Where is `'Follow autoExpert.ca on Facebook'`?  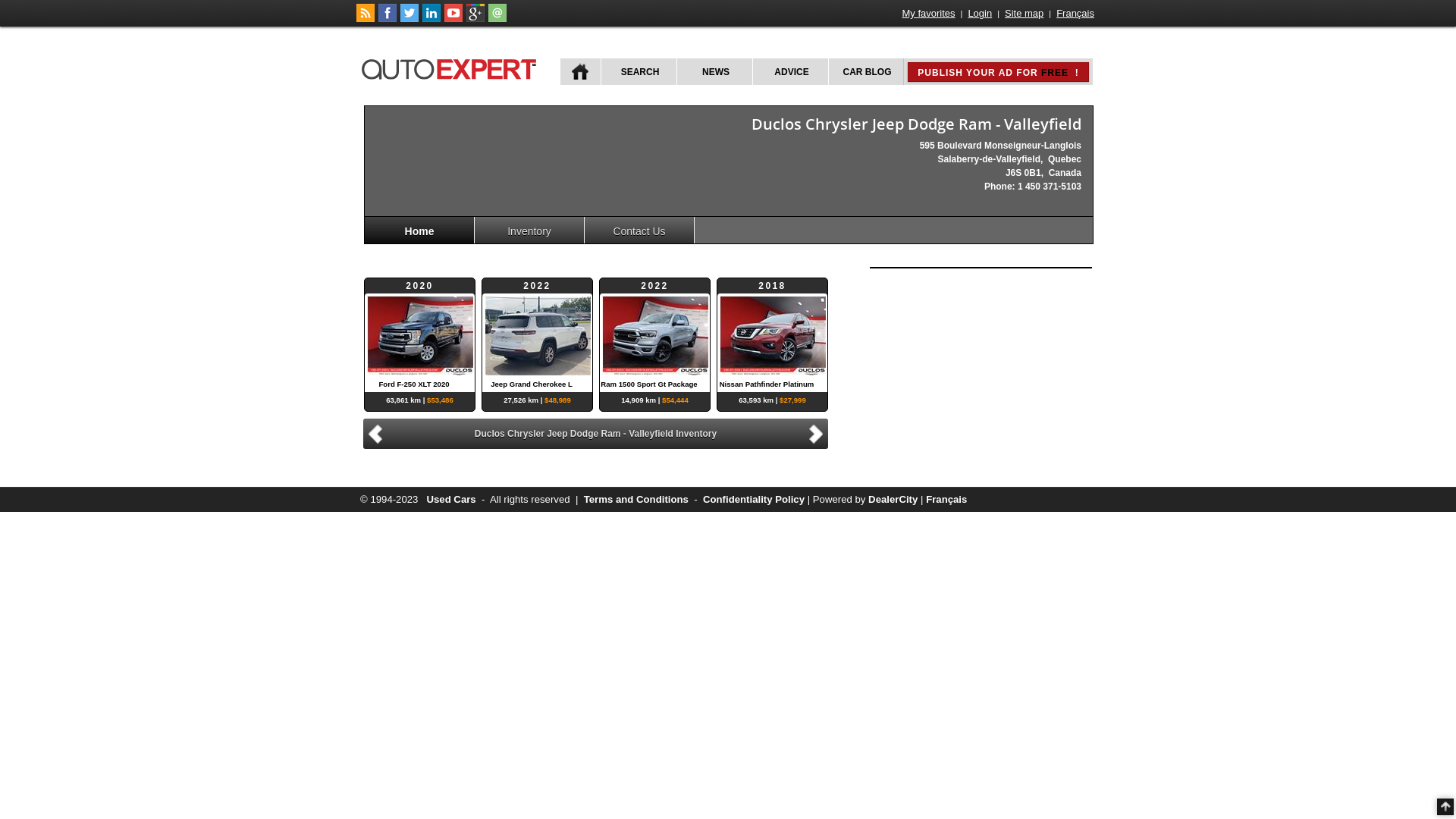 'Follow autoExpert.ca on Facebook' is located at coordinates (387, 18).